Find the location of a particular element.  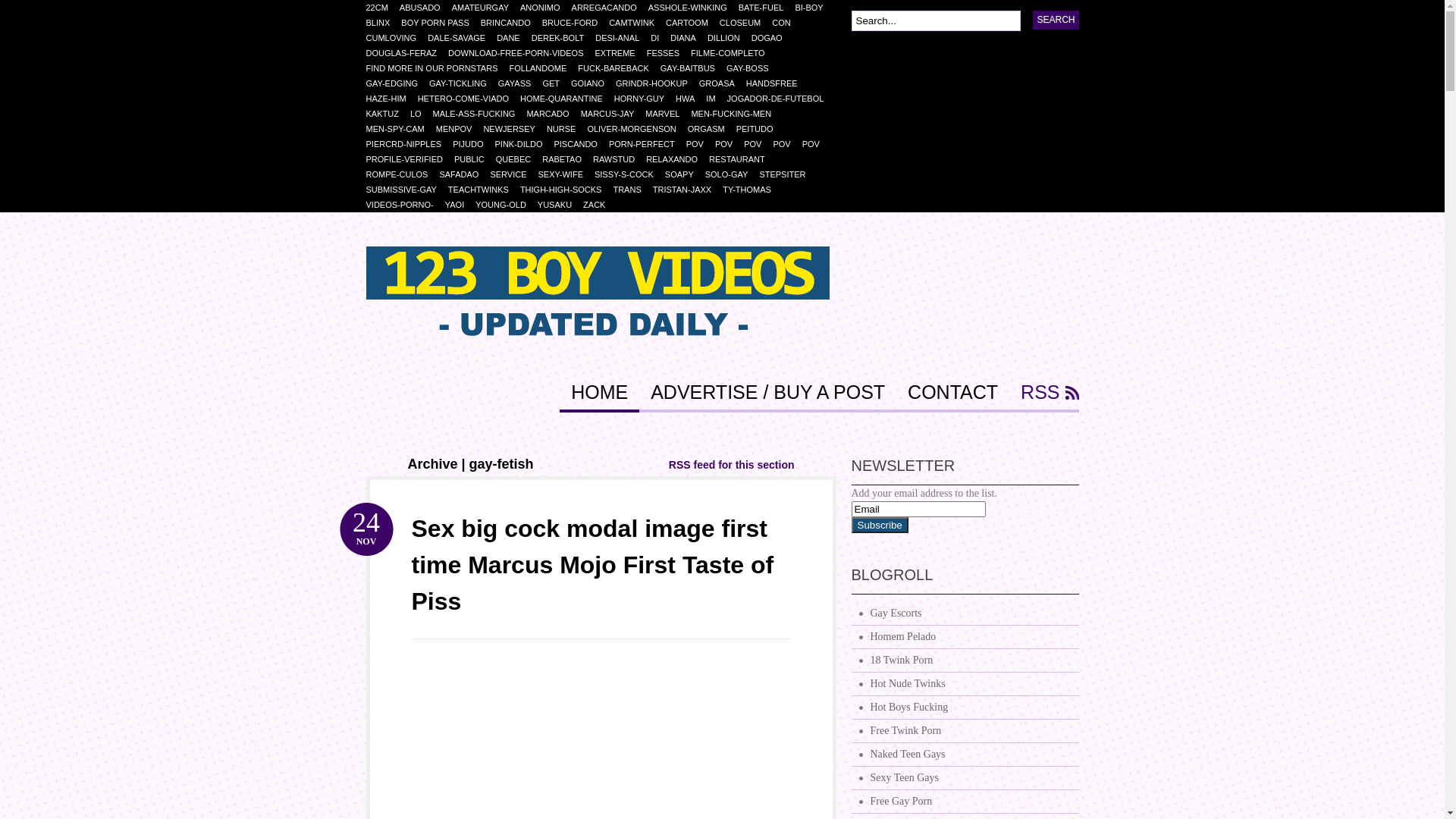

'TRANS' is located at coordinates (632, 189).